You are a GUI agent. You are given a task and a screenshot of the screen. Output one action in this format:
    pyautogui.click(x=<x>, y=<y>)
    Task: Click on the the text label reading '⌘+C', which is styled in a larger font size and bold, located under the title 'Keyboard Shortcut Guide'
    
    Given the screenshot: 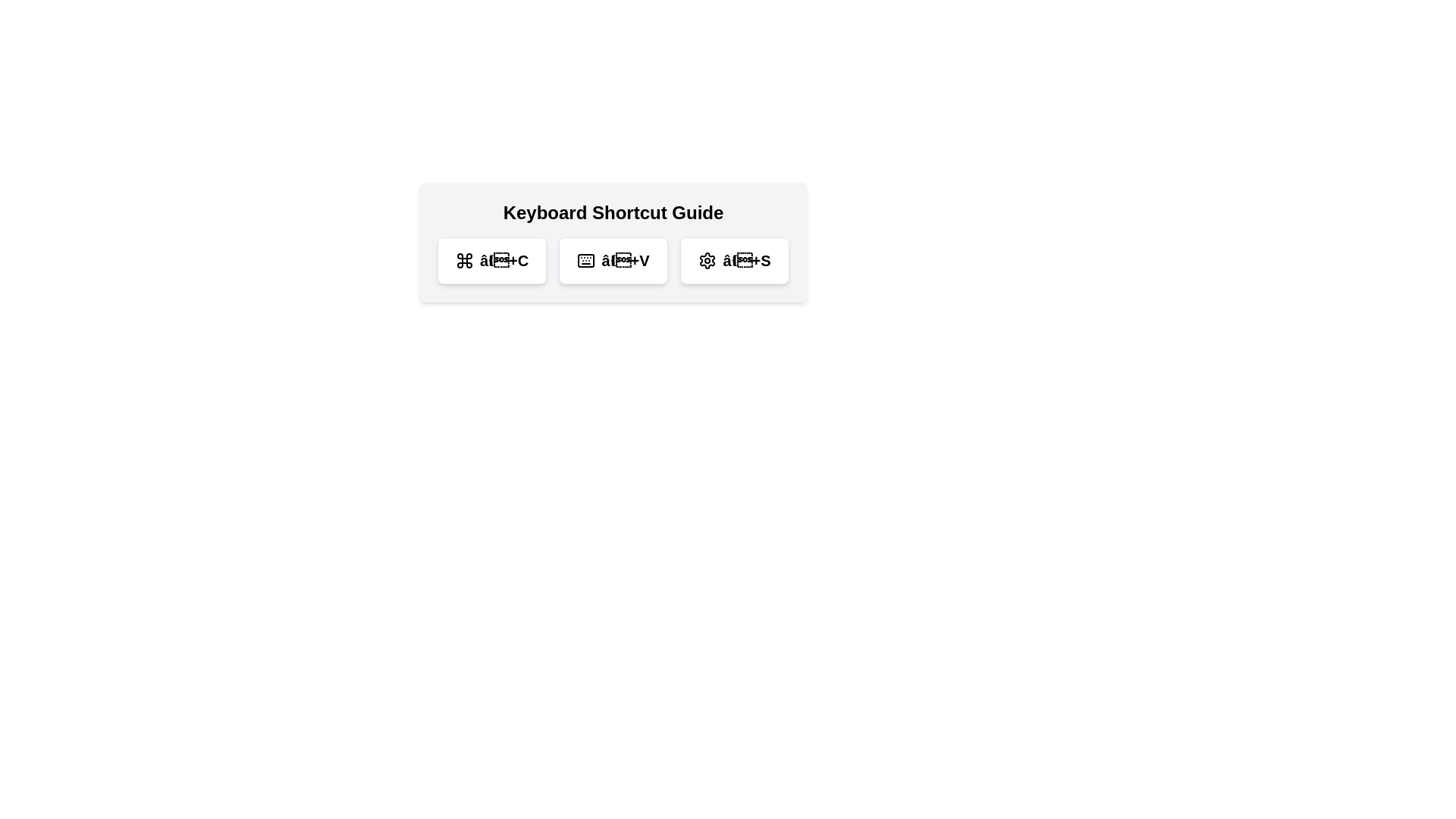 What is the action you would take?
    pyautogui.click(x=504, y=259)
    